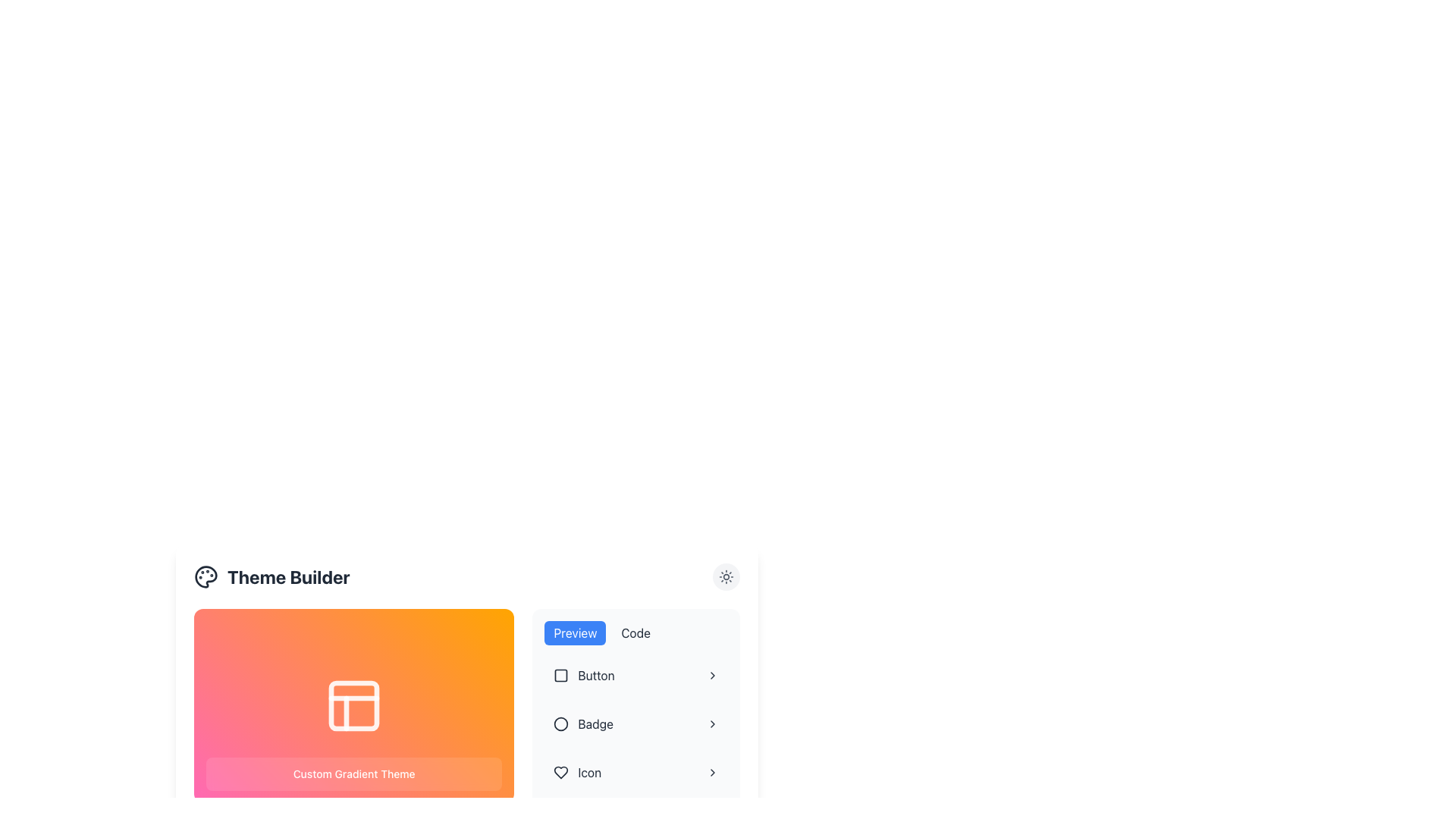 This screenshot has height=819, width=1456. What do you see at coordinates (560, 675) in the screenshot?
I see `the checkbox-like icon located at the leftmost position of the button labeled 'Button', which is part of a vertical list next to a prominent orange panel` at bounding box center [560, 675].